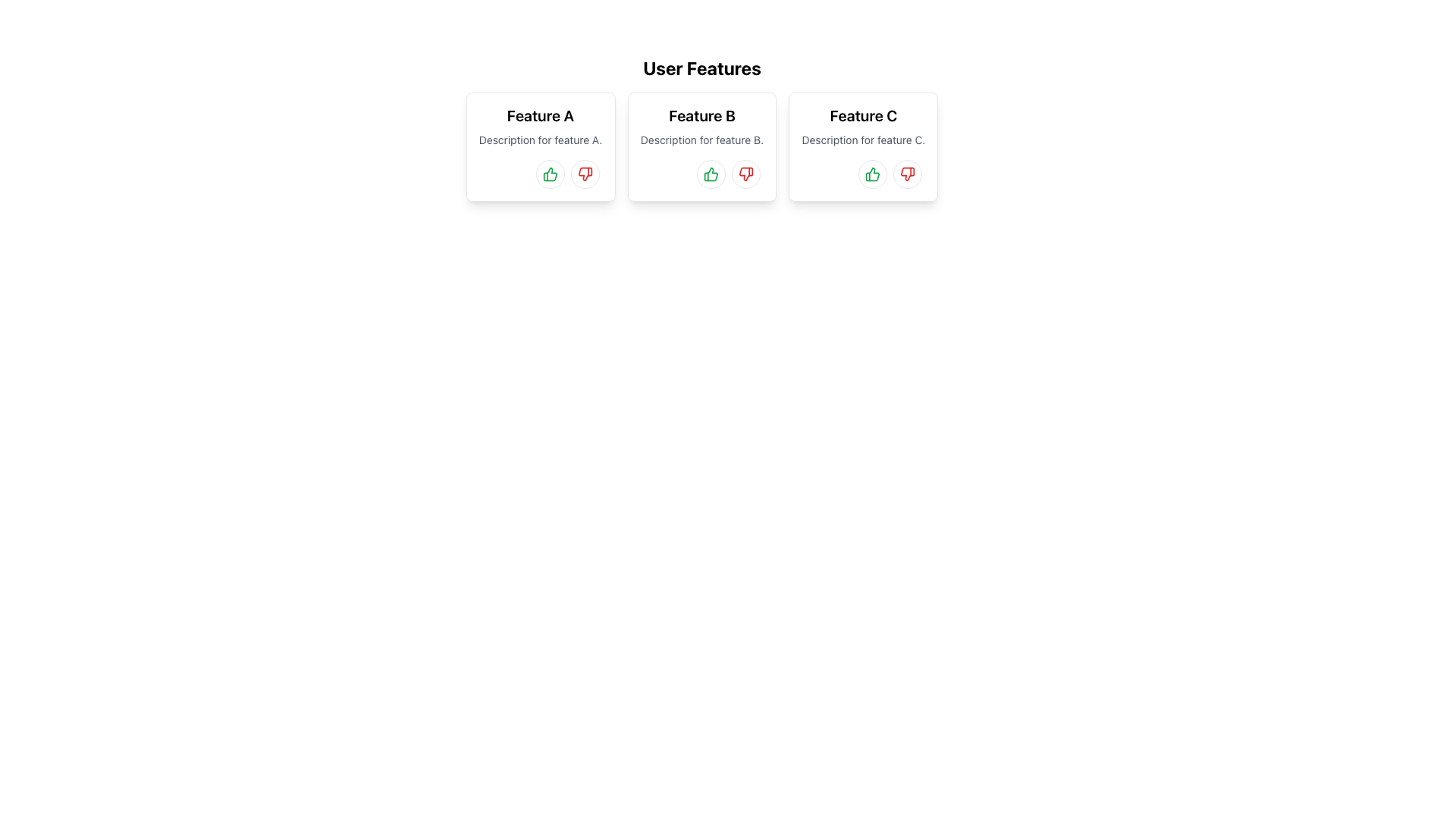  Describe the element at coordinates (701, 140) in the screenshot. I see `the static text label reading 'Description for feature B.' which is positioned below the title 'Feature B' in the central card of the layout` at that location.